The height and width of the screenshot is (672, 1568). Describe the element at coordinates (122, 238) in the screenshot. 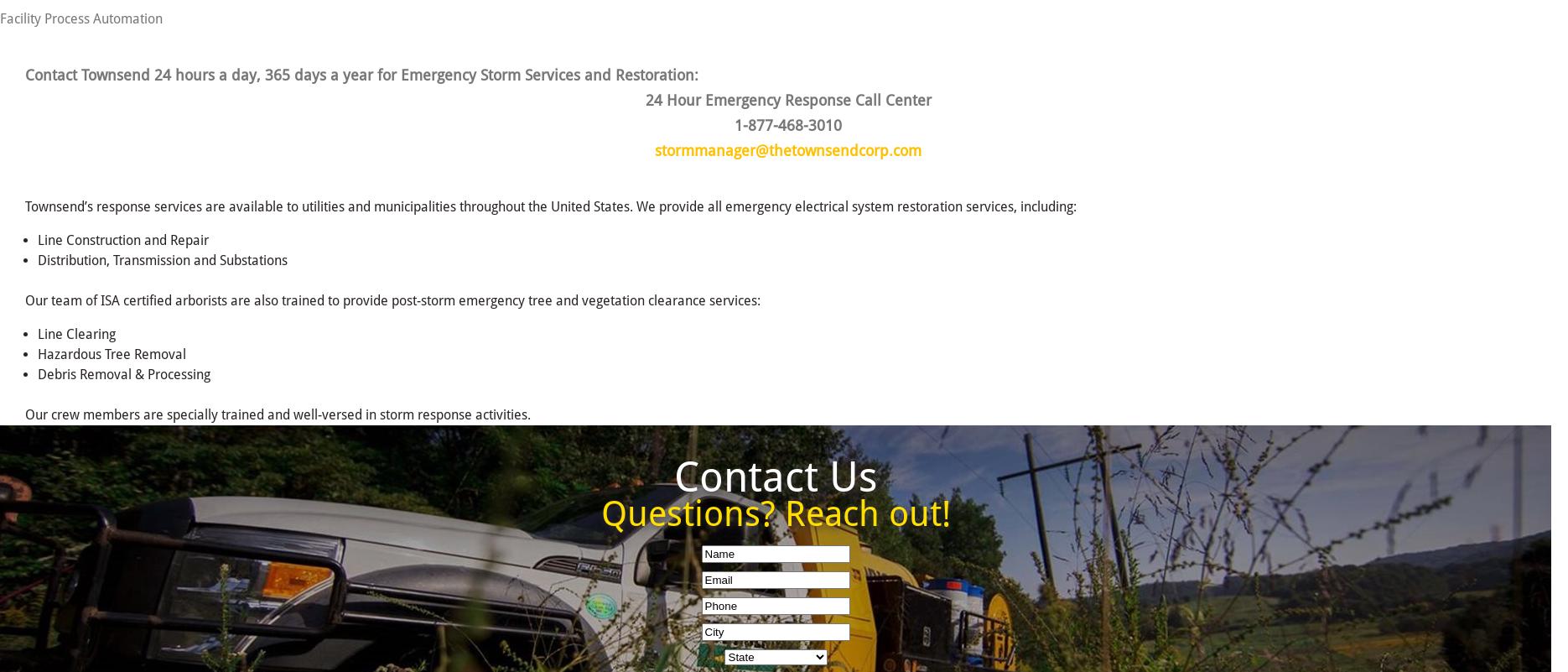

I see `'Line Construction and Repair'` at that location.